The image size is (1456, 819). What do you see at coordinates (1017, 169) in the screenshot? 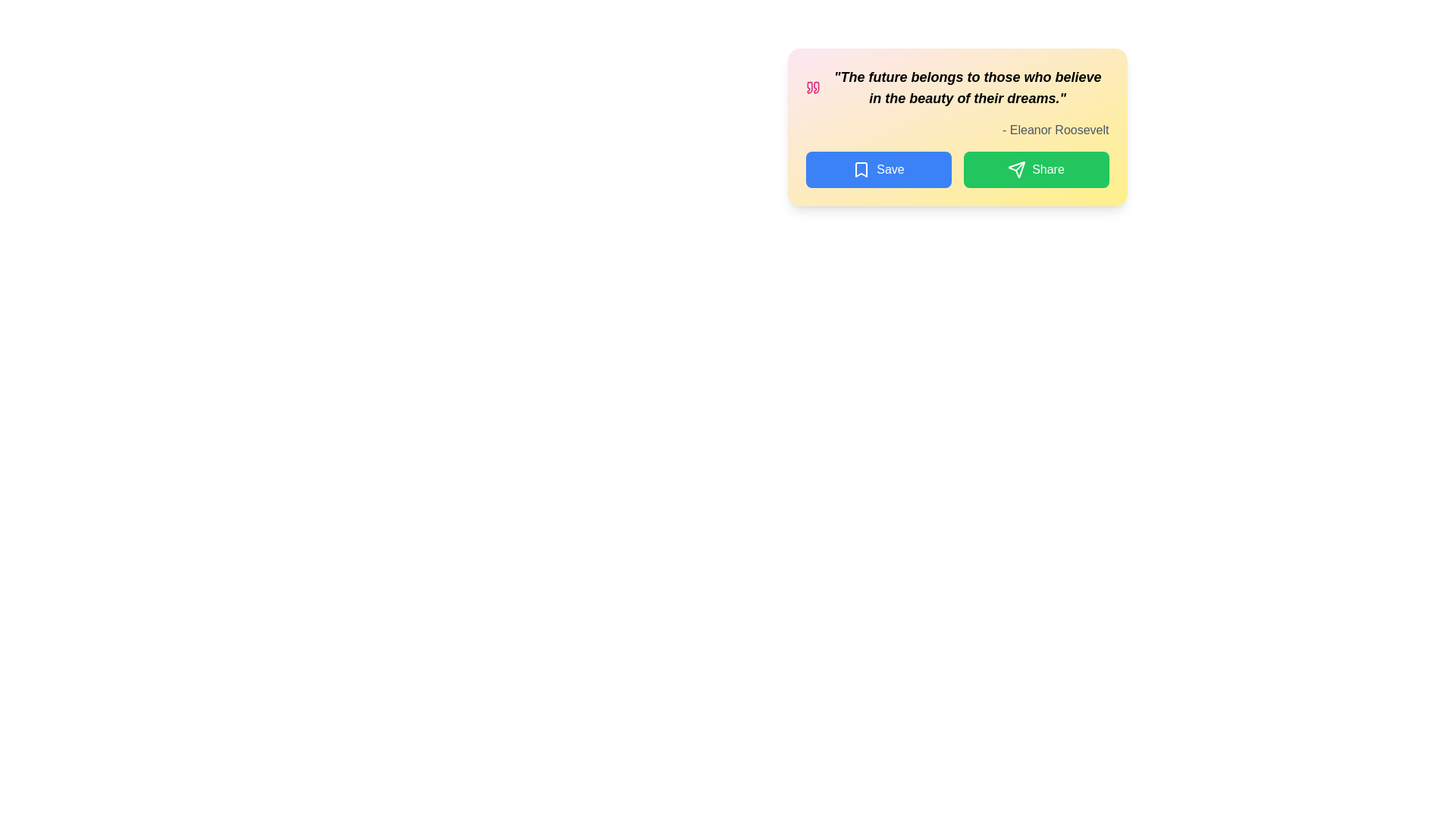
I see `the 'send' or 'share' SVG icon located to the left of the 'Share' button's text label` at bounding box center [1017, 169].